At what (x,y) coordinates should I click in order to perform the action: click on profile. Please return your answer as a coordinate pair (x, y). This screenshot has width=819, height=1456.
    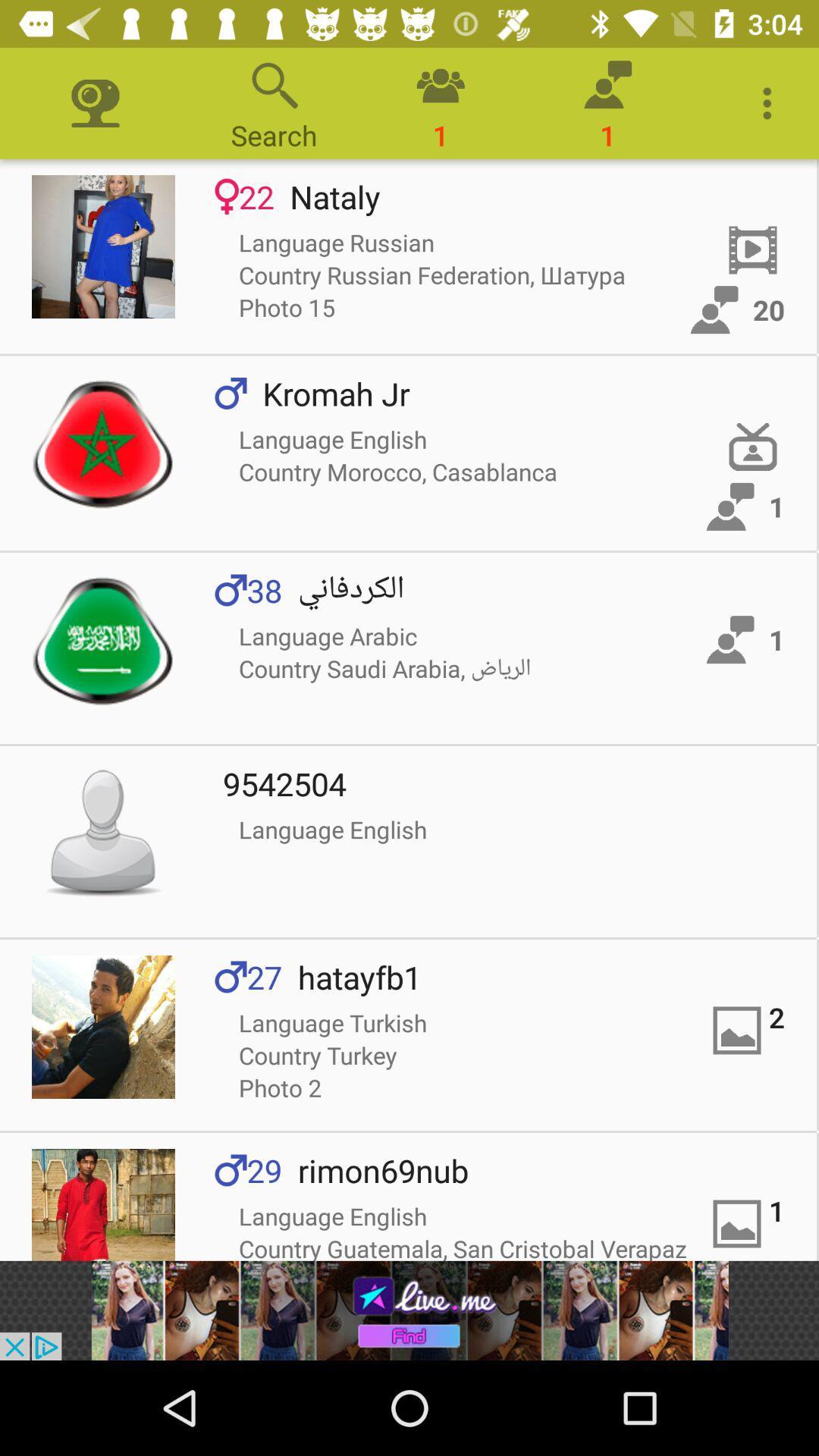
    Looking at the image, I should click on (102, 1027).